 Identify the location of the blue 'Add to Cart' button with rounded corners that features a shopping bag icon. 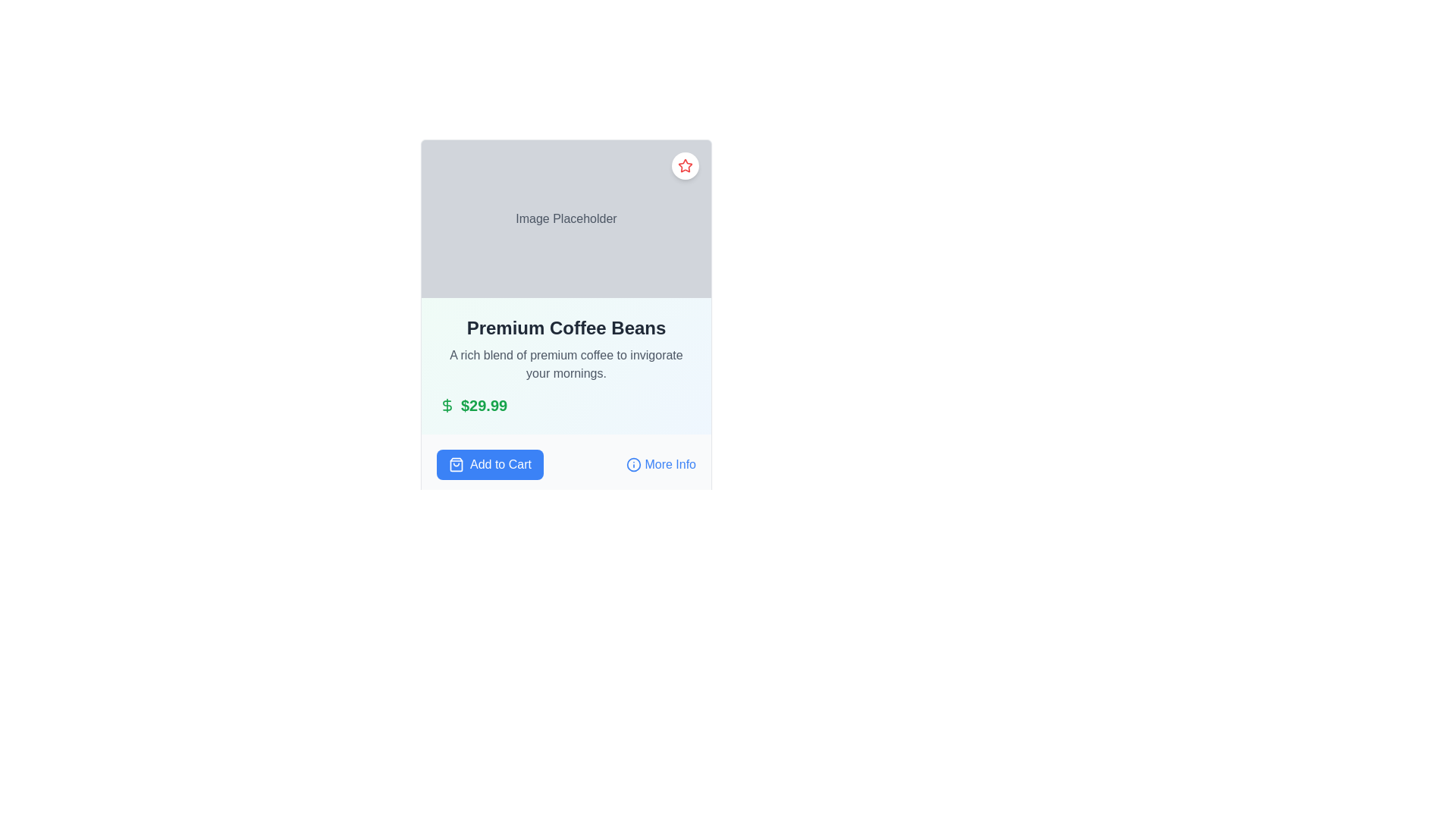
(490, 464).